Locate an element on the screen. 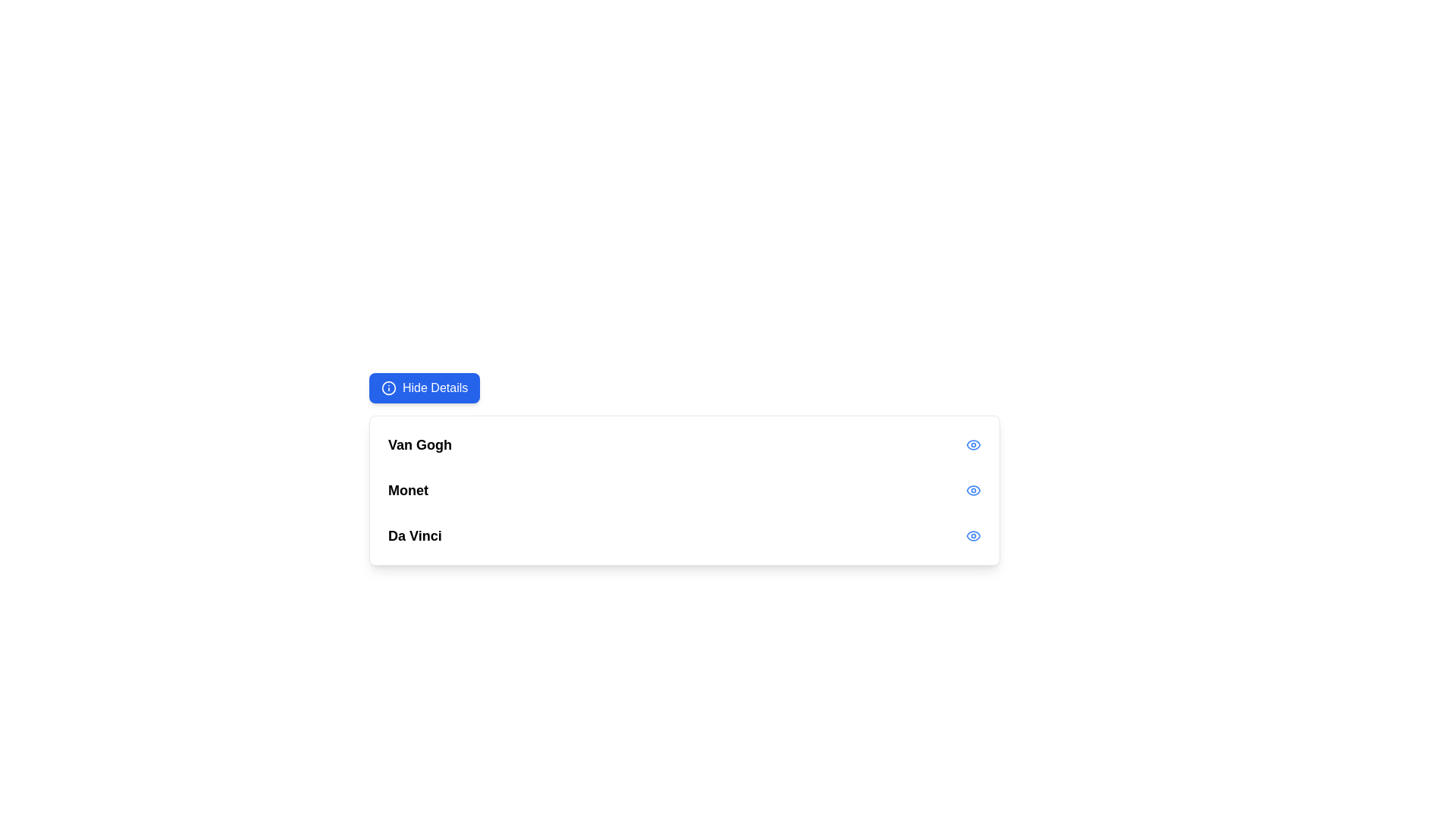 This screenshot has width=1456, height=819. the third text label in a vertically stacked list, which identifies a name and is directly preceded by 'Van Gogh' and 'Monet' is located at coordinates (415, 535).